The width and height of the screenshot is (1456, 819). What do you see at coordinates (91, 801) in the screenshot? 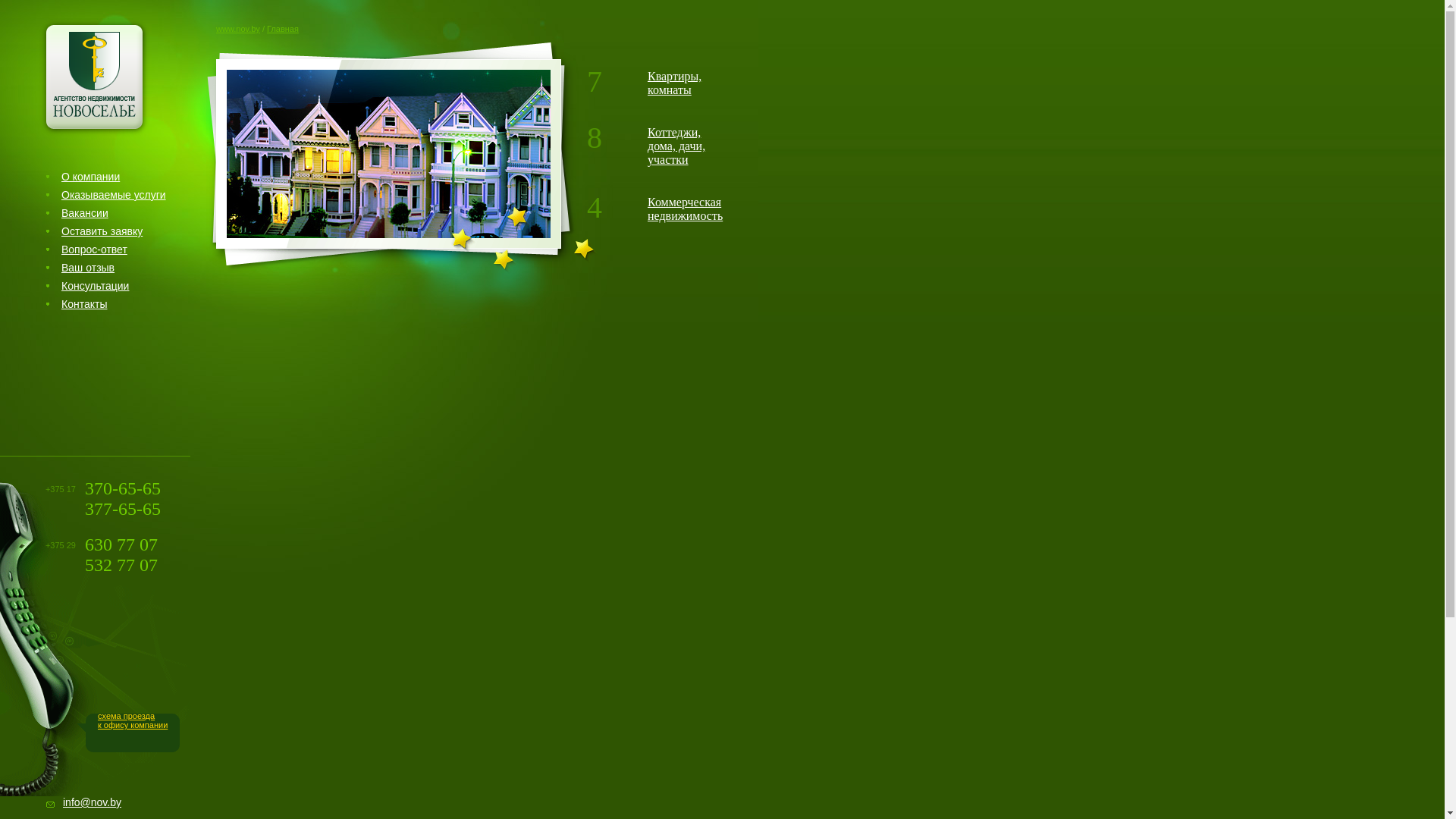
I see `'info@nov.by'` at bounding box center [91, 801].